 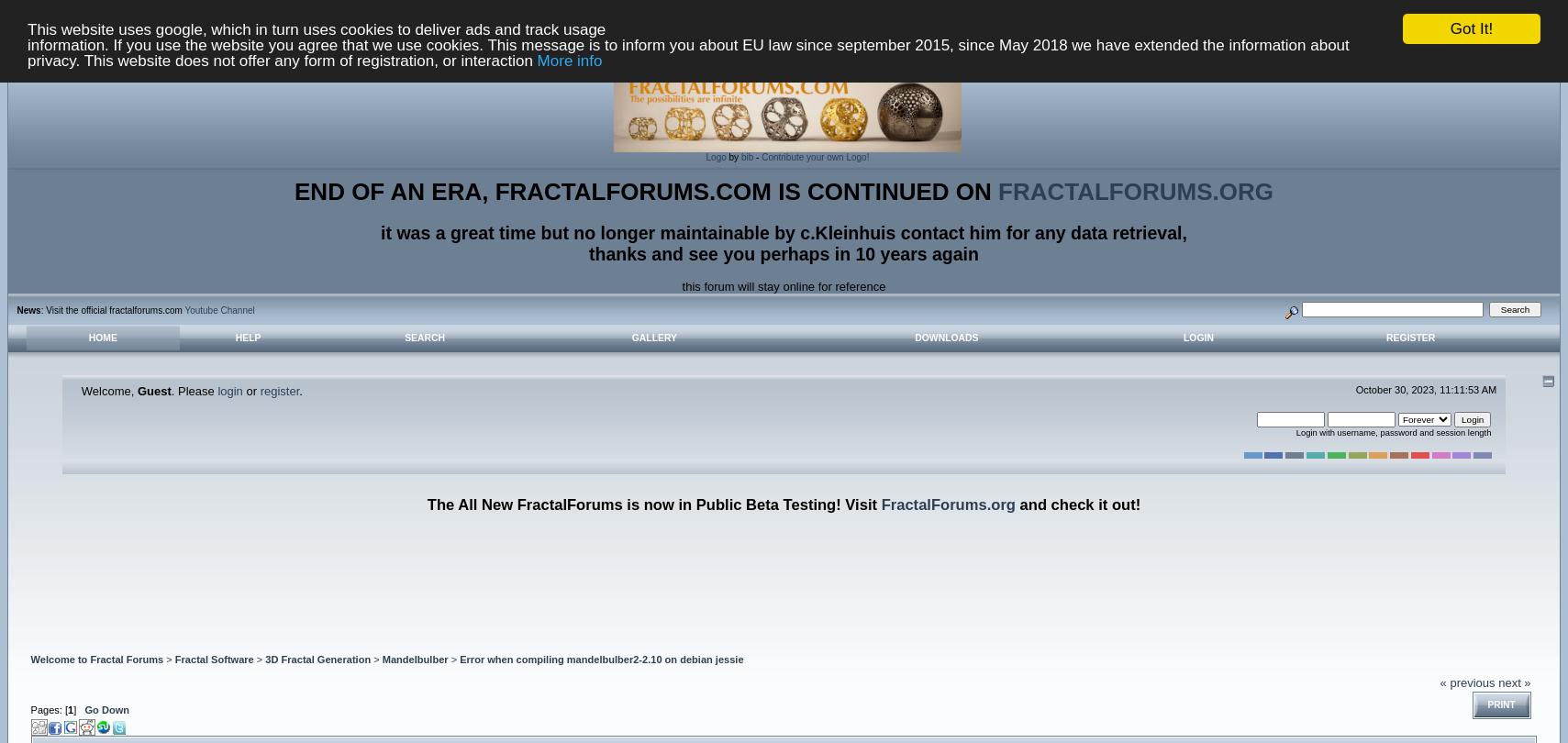 I want to click on 'login', so click(x=228, y=390).